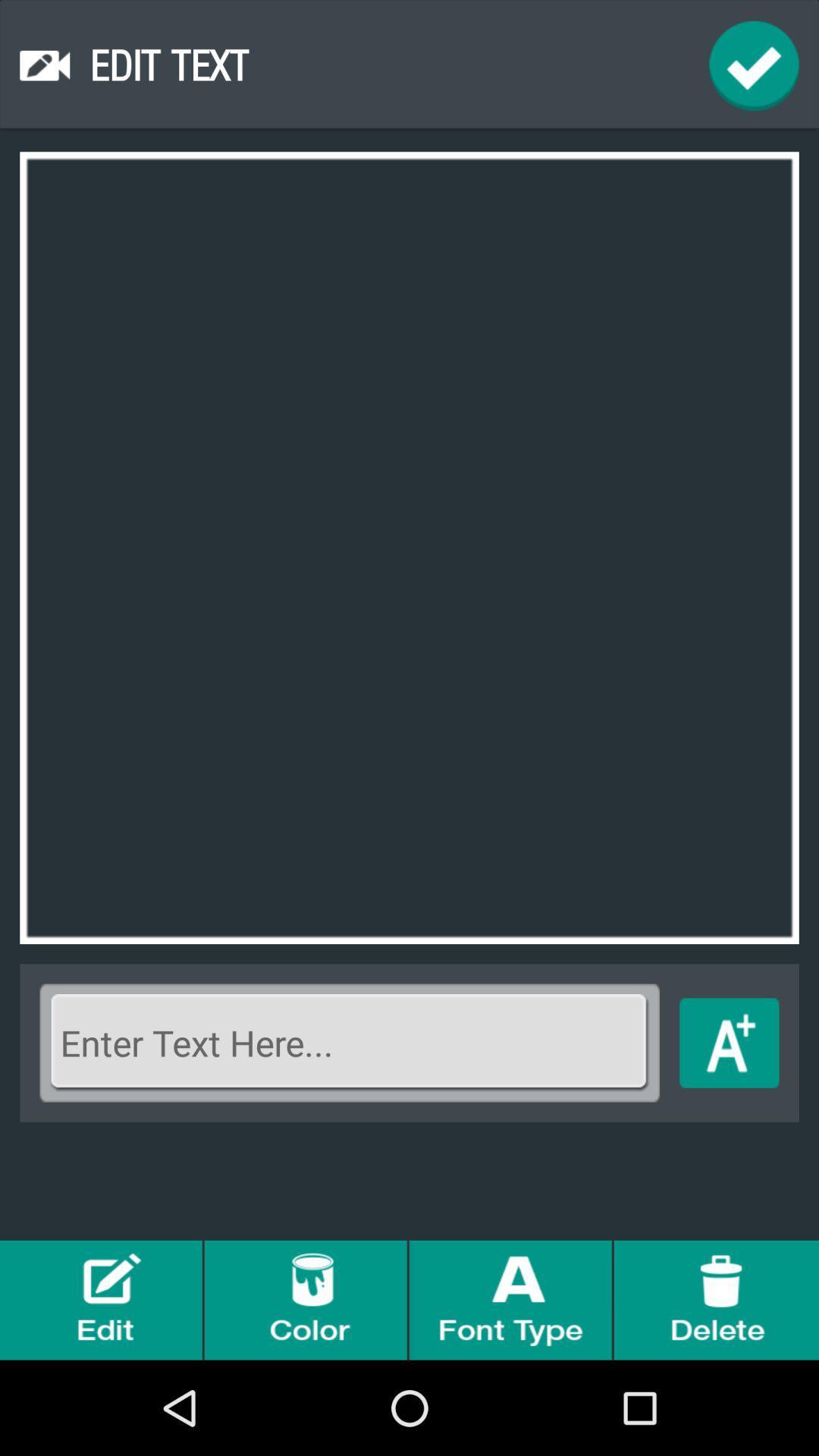 Image resolution: width=819 pixels, height=1456 pixels. Describe the element at coordinates (350, 1042) in the screenshot. I see `text` at that location.